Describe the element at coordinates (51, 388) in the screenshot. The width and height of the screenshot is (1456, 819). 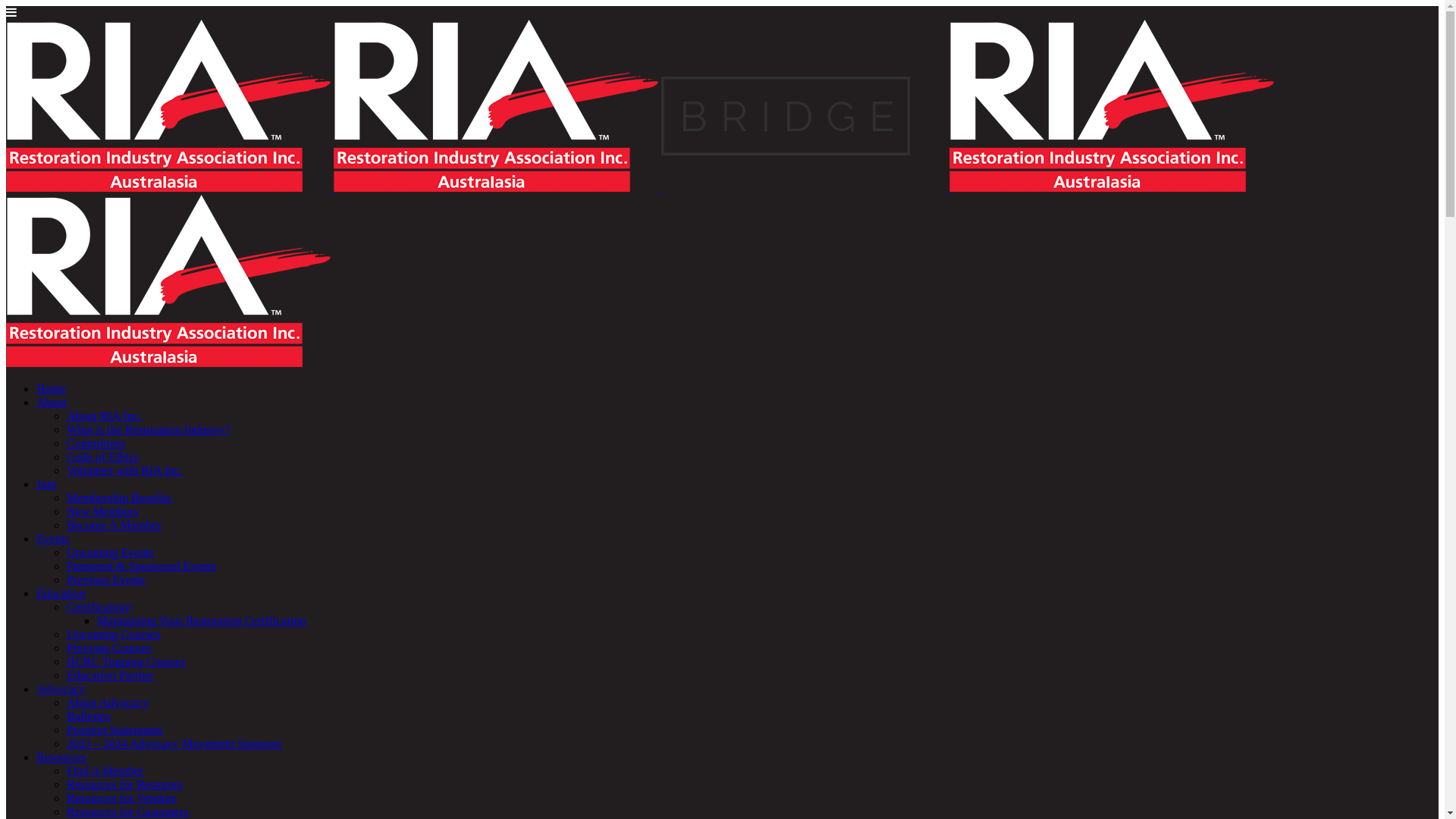
I see `'Home'` at that location.